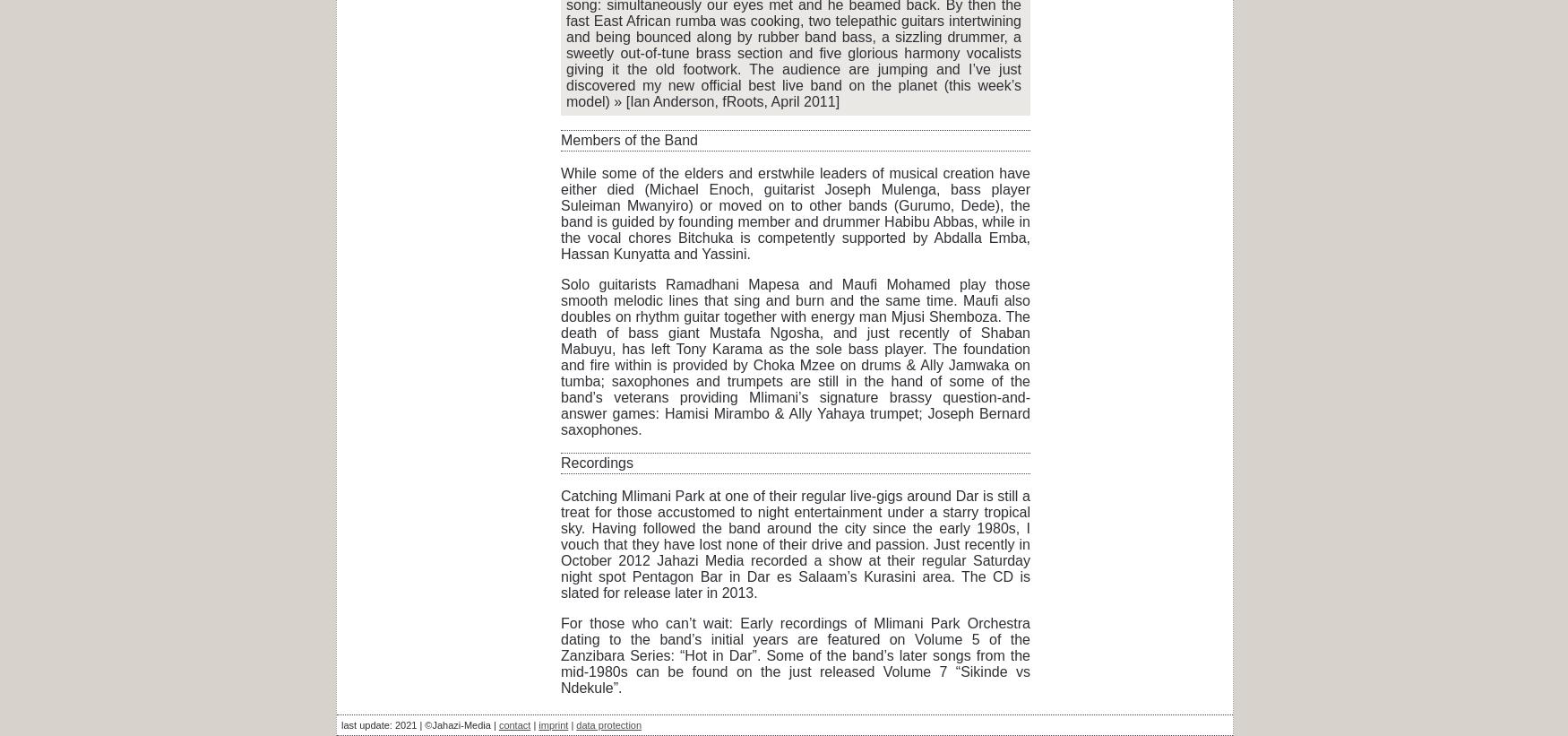 This screenshot has height=736, width=1568. What do you see at coordinates (794, 654) in the screenshot?
I see `'For those who can’t wait: Early recordings of Mlimani Park Orchestra dating to the band’s initial years are featured on Volume 5 of the Zanzibara Series: “Hot in Dar”. Some of the band’s later songs from the mid-1980s can be found on the just released Volume 7 “Sikinde vs Ndekule”.'` at bounding box center [794, 654].